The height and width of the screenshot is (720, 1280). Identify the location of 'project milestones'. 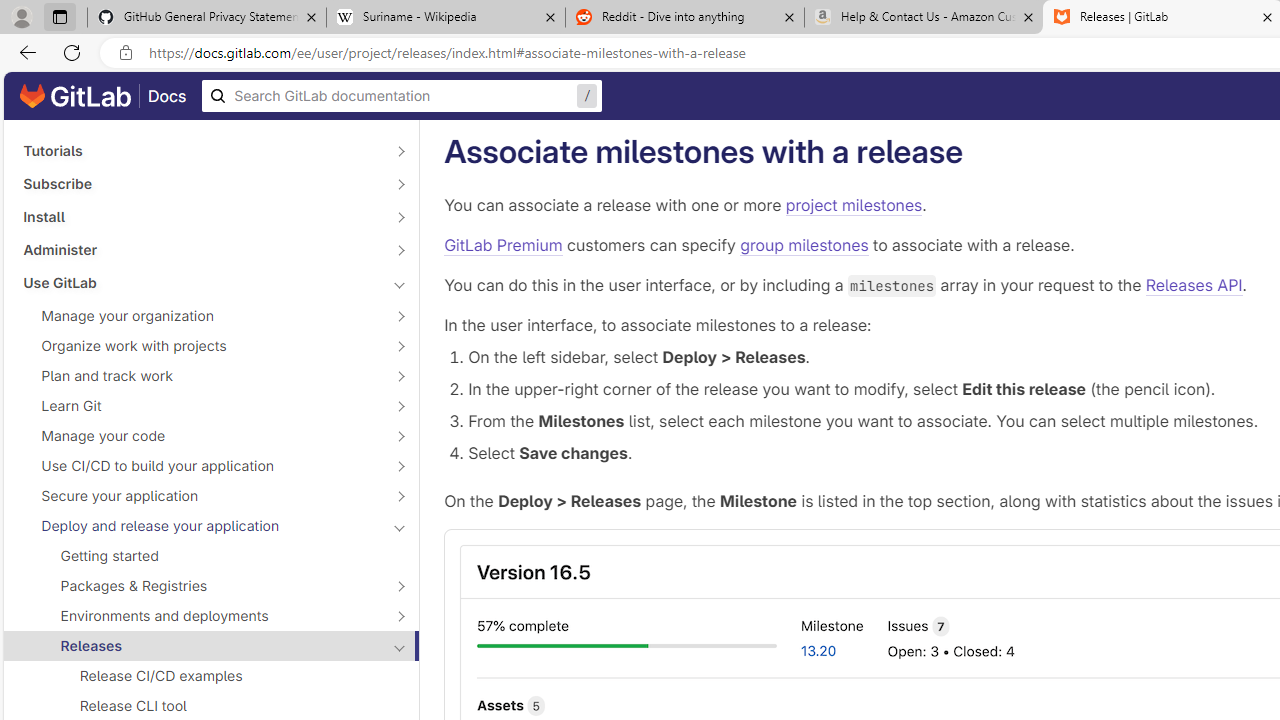
(853, 204).